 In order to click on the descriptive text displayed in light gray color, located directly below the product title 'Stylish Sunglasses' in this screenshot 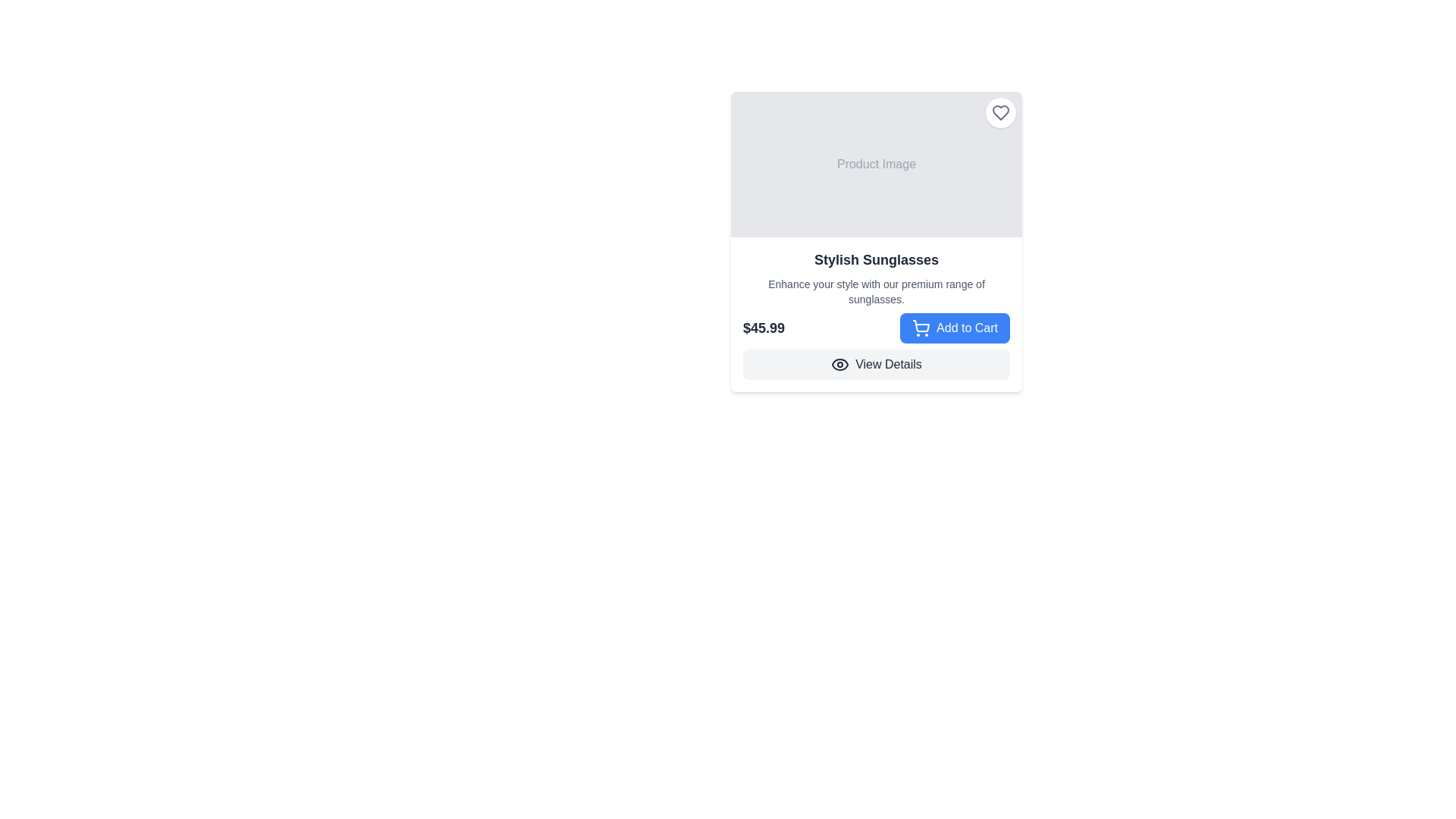, I will do `click(877, 292)`.